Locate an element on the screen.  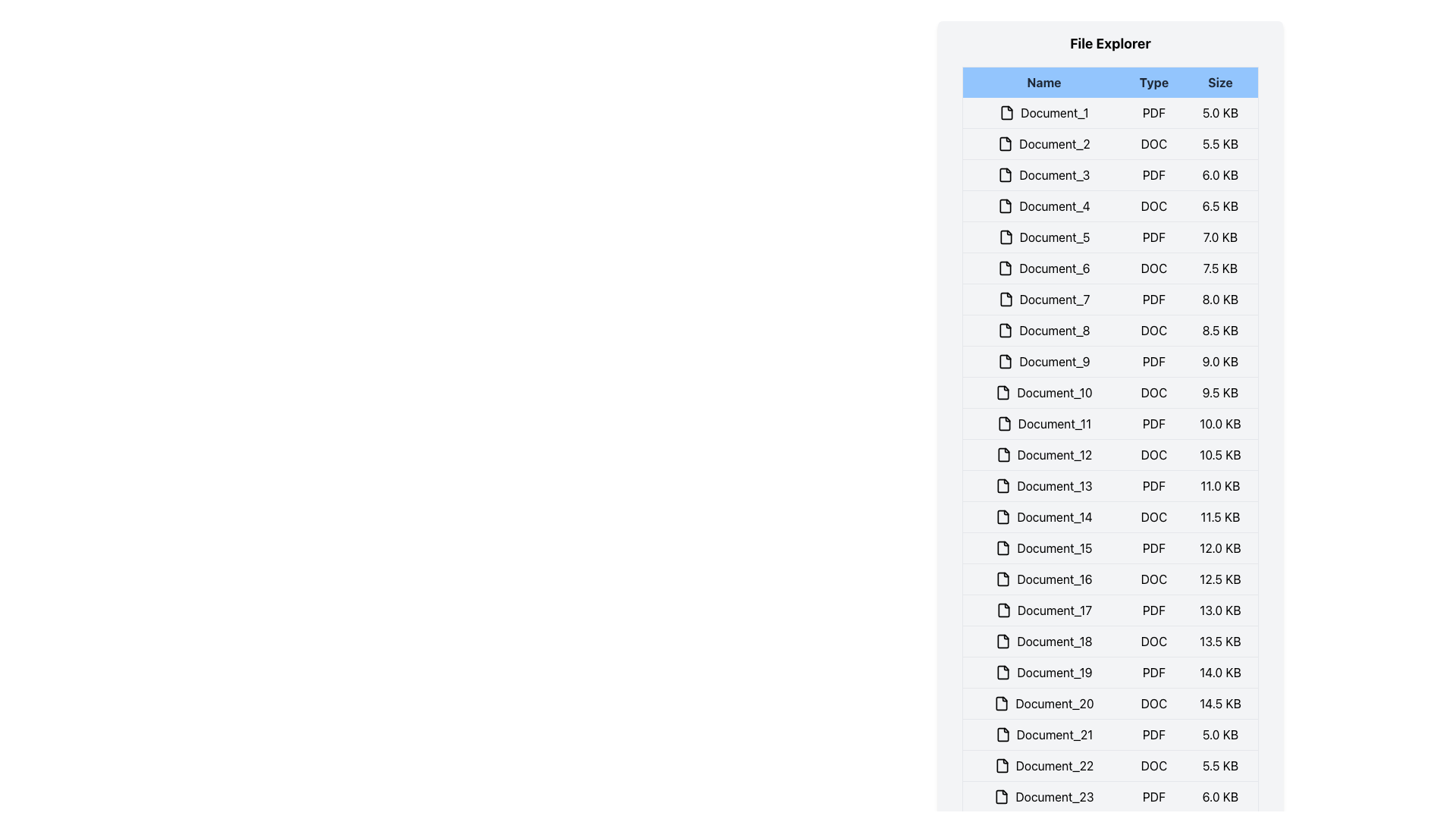
the 19th row of the data table is located at coordinates (1110, 672).